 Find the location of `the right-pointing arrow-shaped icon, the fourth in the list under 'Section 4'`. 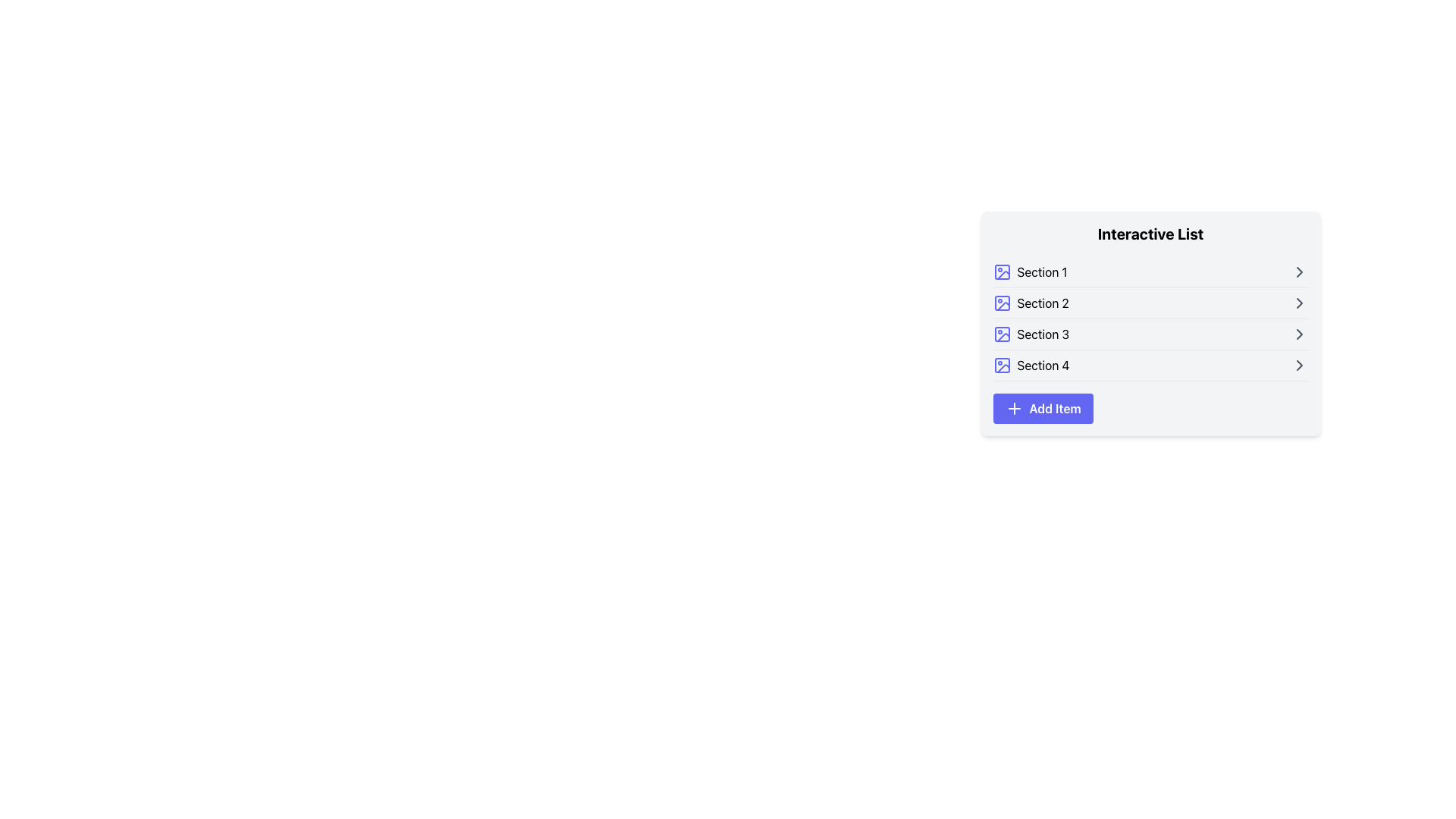

the right-pointing arrow-shaped icon, the fourth in the list under 'Section 4' is located at coordinates (1298, 366).